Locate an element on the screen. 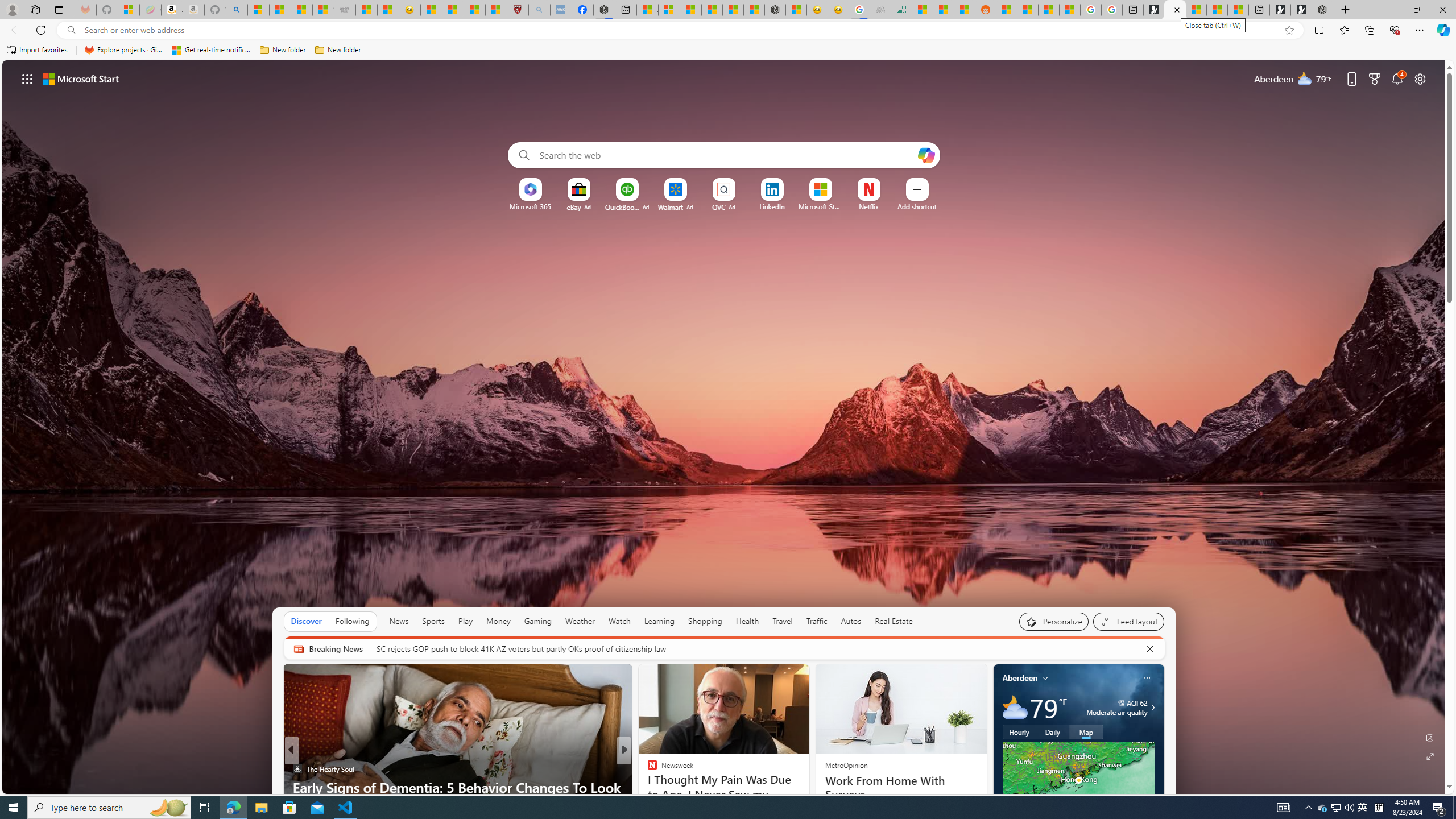 This screenshot has width=1456, height=819. 'Autos' is located at coordinates (851, 621).